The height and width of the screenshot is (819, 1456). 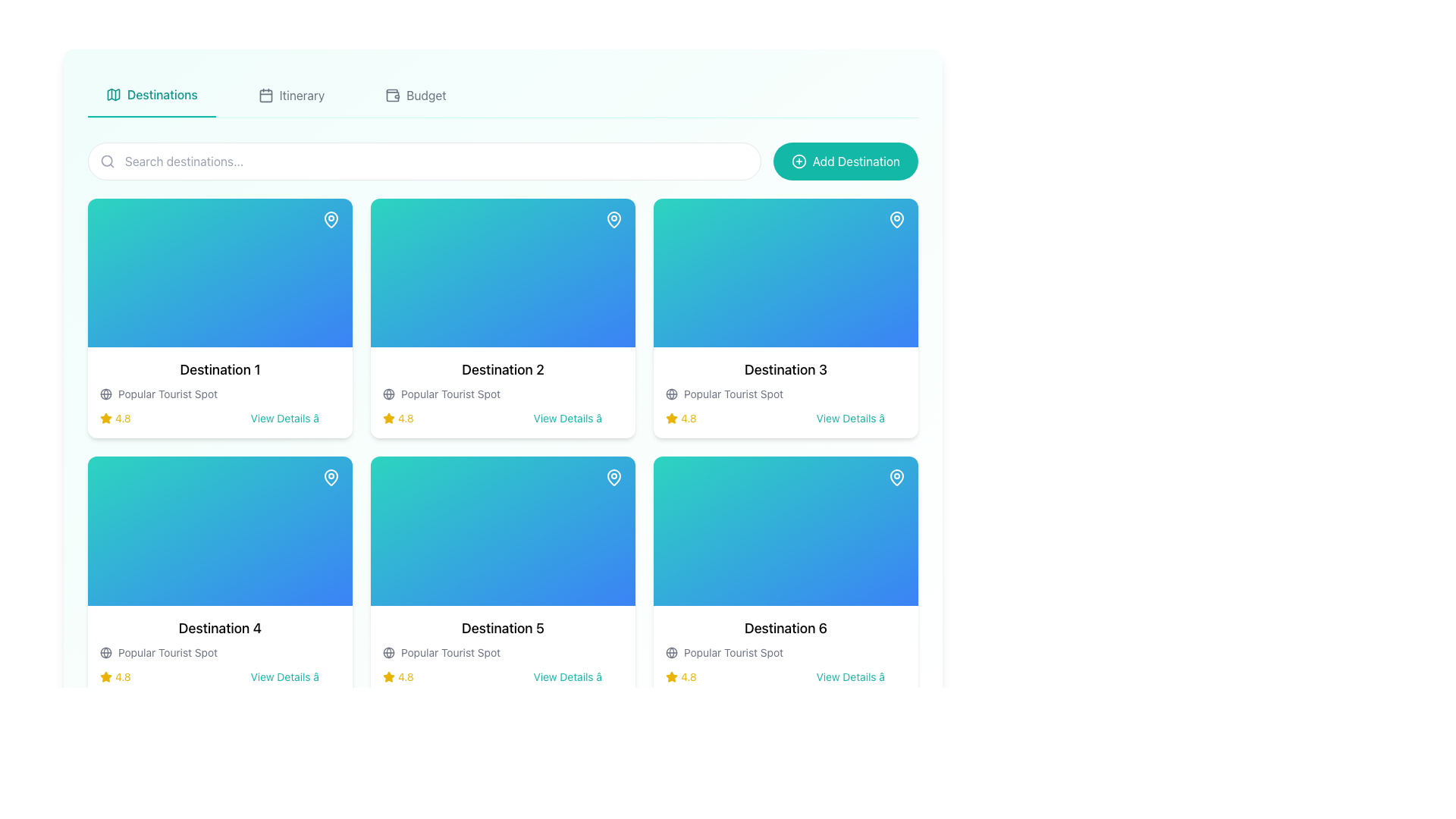 What do you see at coordinates (577, 676) in the screenshot?
I see `the 'View Details' link for 'Destination 5' to provide visual feedback` at bounding box center [577, 676].